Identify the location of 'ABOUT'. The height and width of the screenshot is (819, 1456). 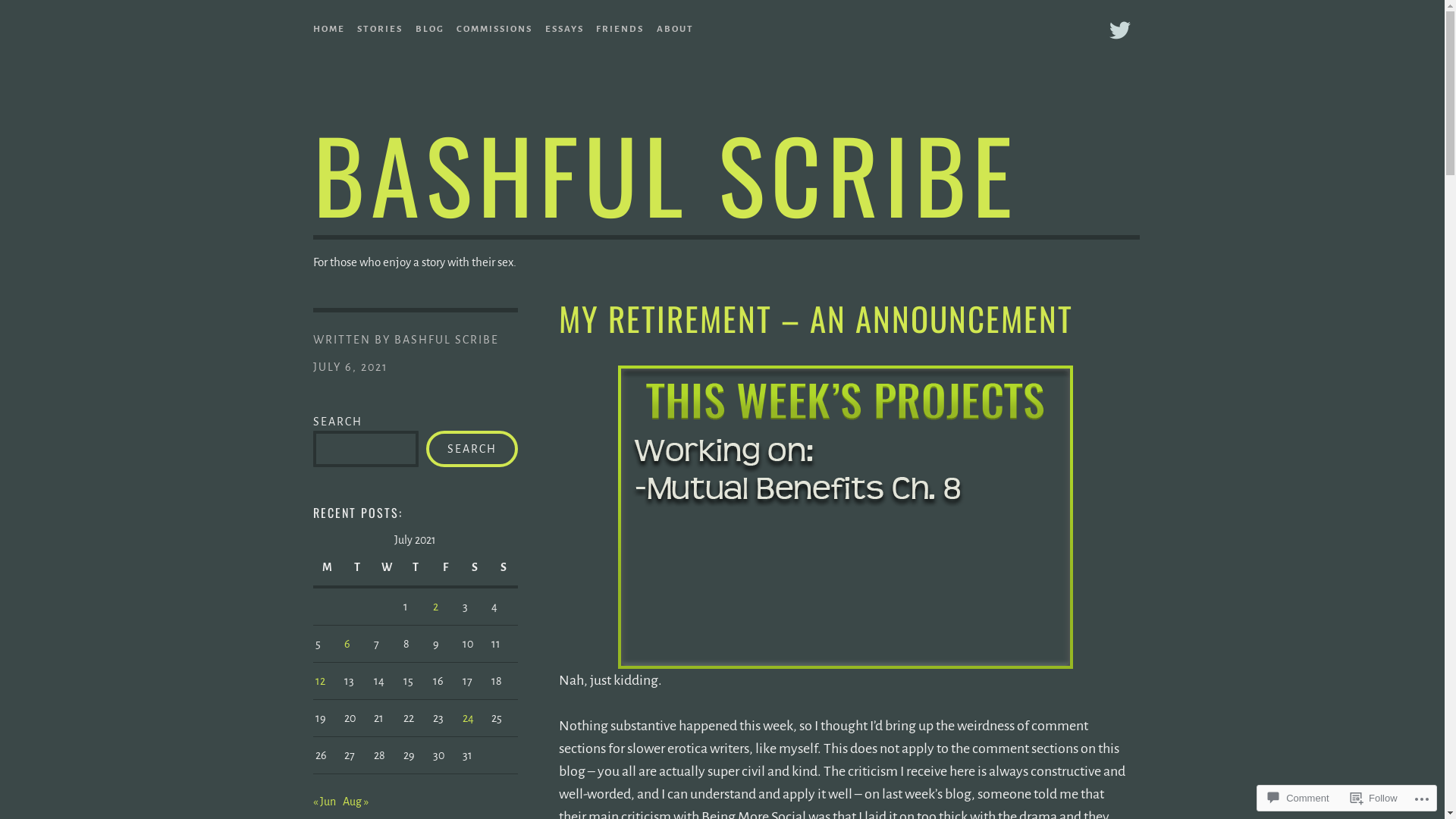
(674, 26).